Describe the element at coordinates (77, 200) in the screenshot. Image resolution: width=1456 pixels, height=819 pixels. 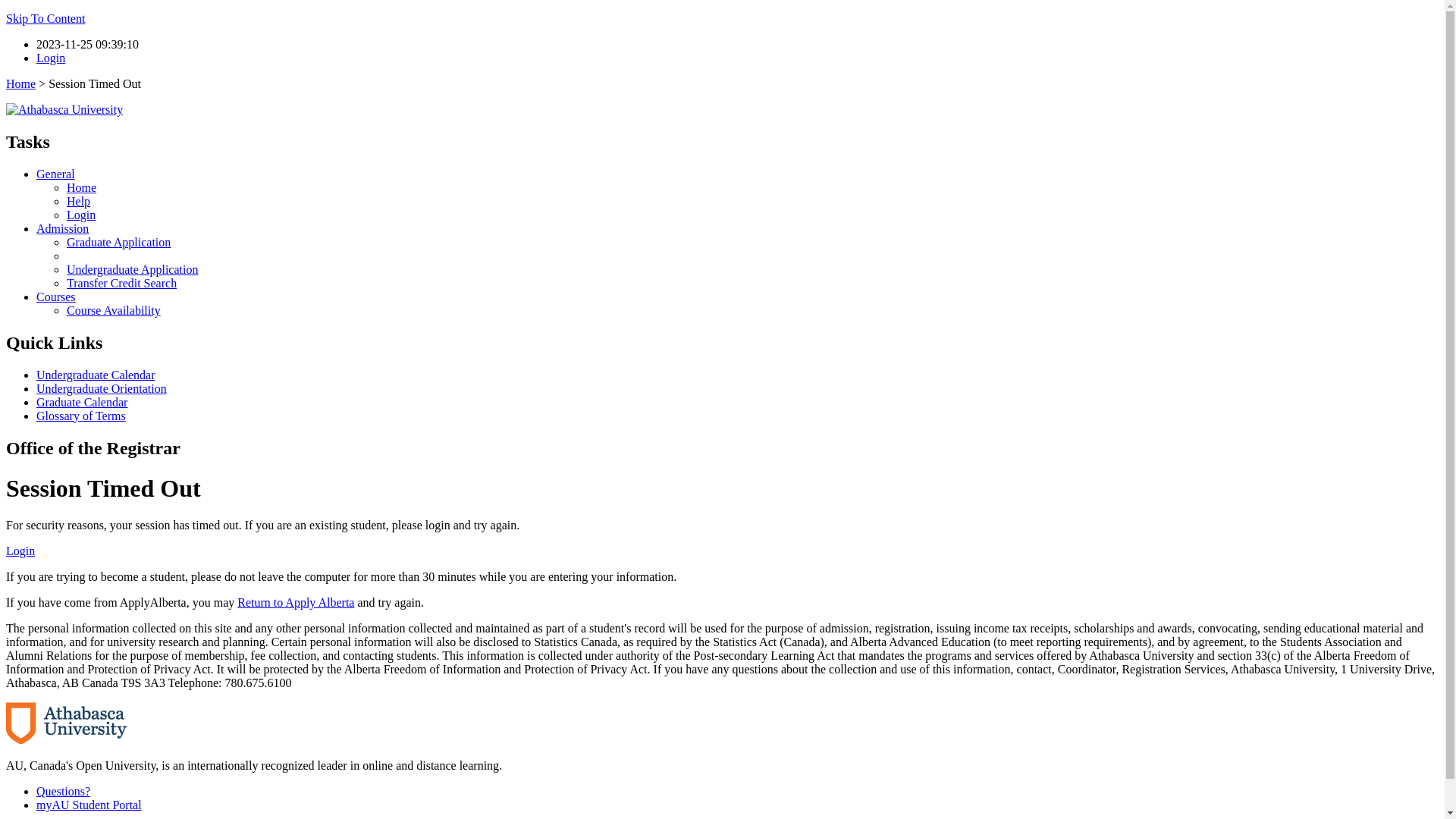
I see `'Help'` at that location.